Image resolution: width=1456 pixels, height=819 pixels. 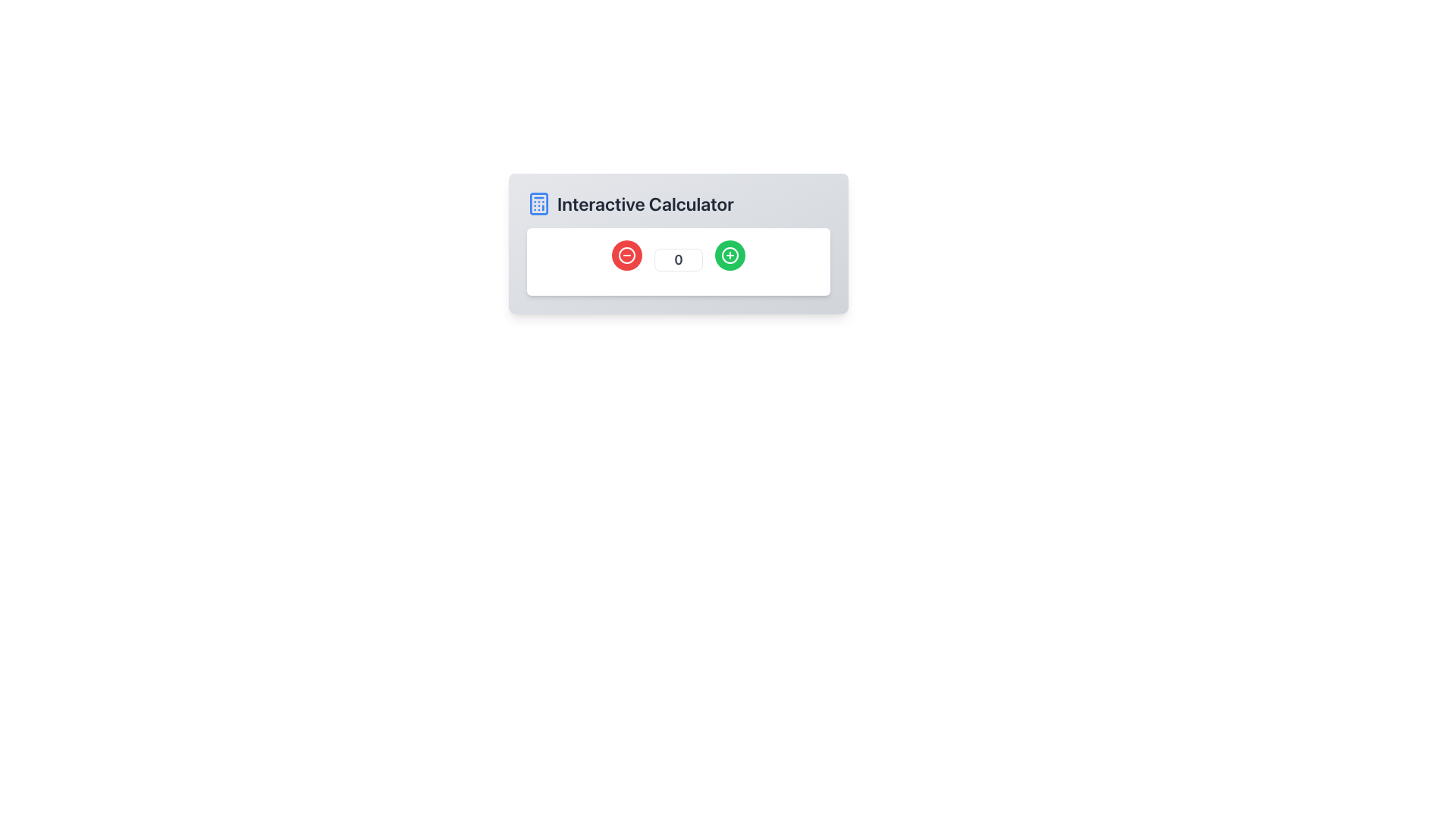 What do you see at coordinates (730, 254) in the screenshot?
I see `the green circular button at the farthest right of the row` at bounding box center [730, 254].